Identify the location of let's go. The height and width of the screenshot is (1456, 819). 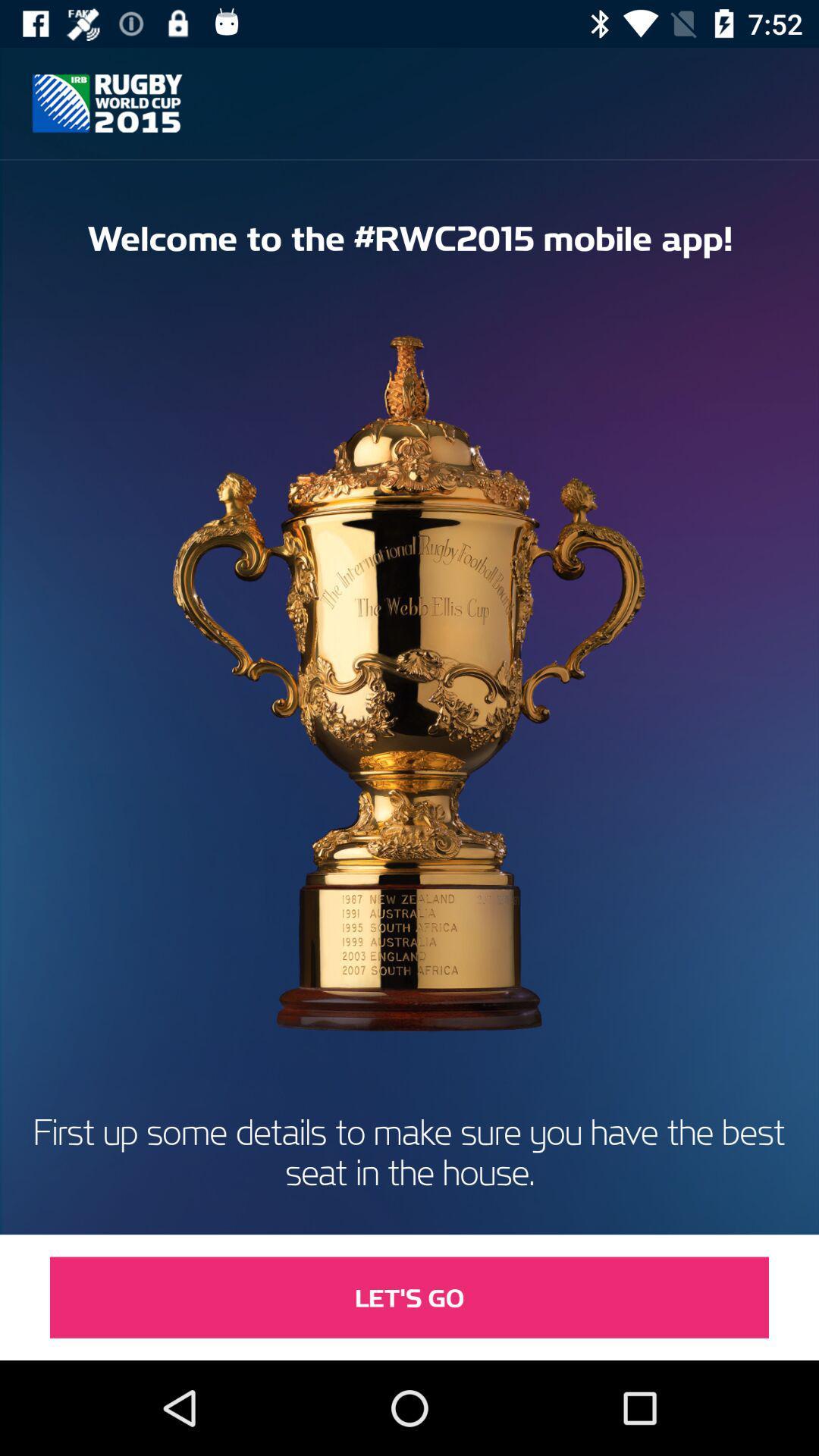
(409, 1297).